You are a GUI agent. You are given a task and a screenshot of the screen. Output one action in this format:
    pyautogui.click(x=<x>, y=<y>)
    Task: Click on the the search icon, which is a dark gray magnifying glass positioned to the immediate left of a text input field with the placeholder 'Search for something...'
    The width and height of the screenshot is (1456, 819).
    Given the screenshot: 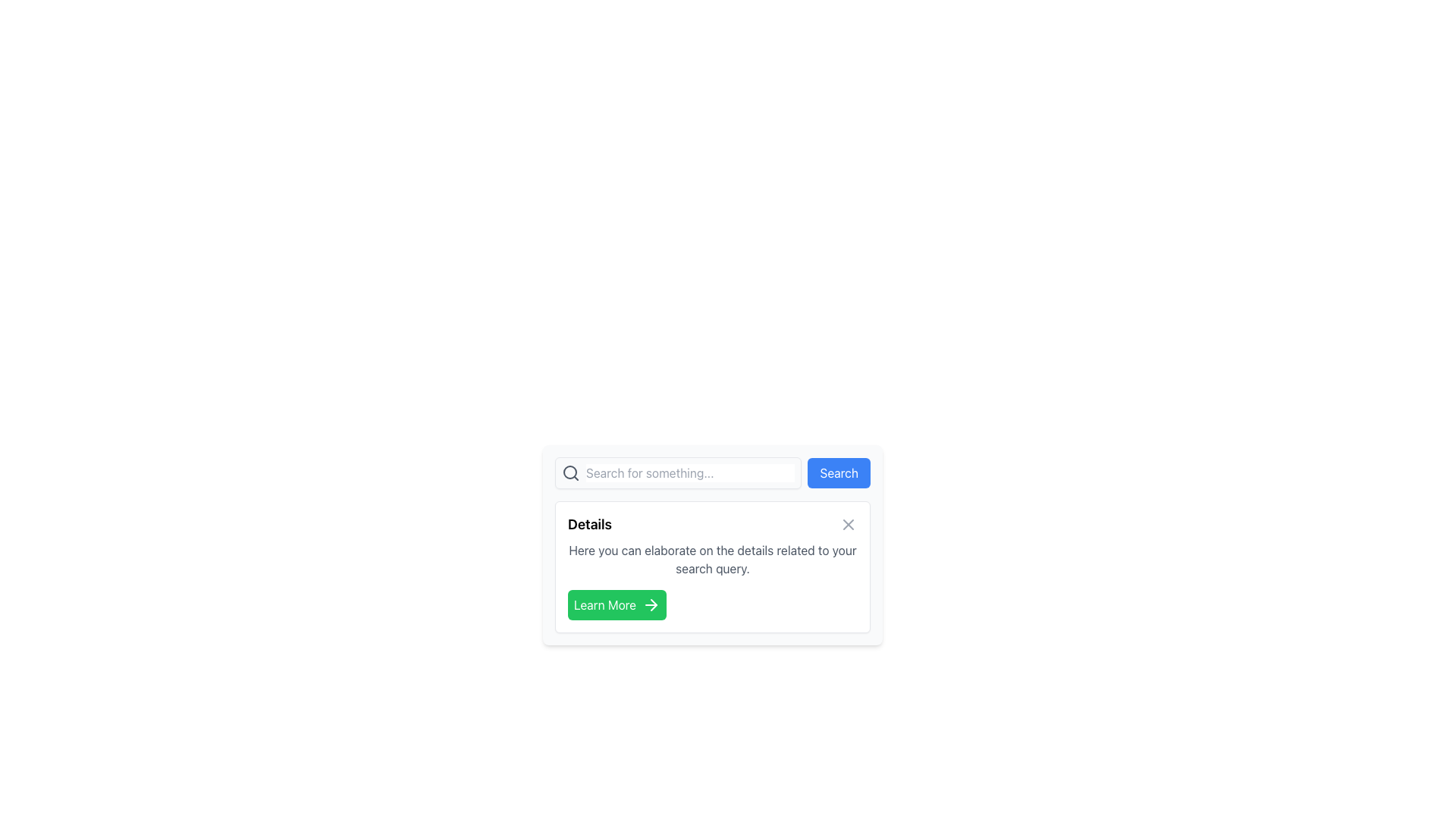 What is the action you would take?
    pyautogui.click(x=570, y=472)
    